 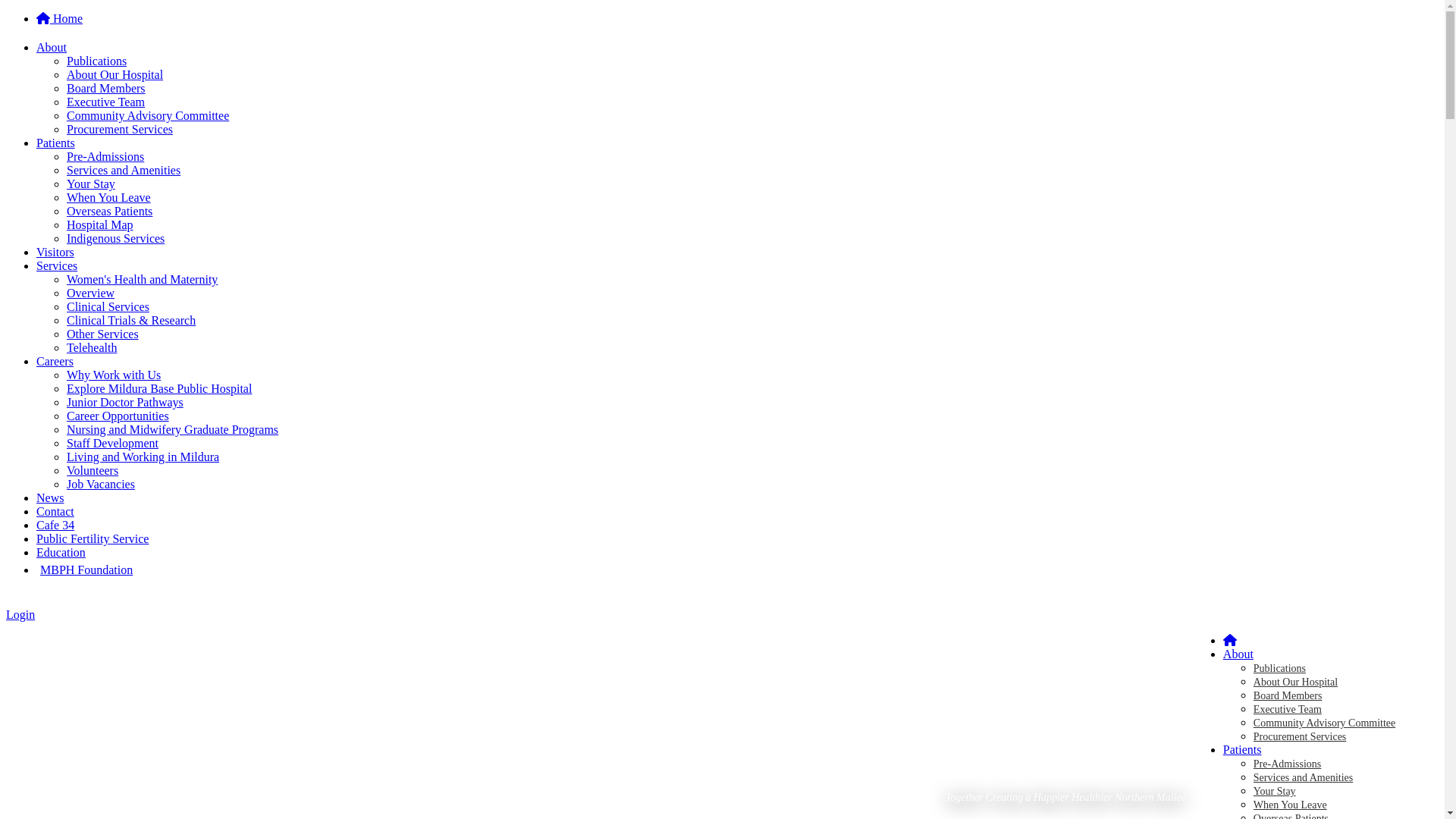 I want to click on 'Your Stay', so click(x=1274, y=790).